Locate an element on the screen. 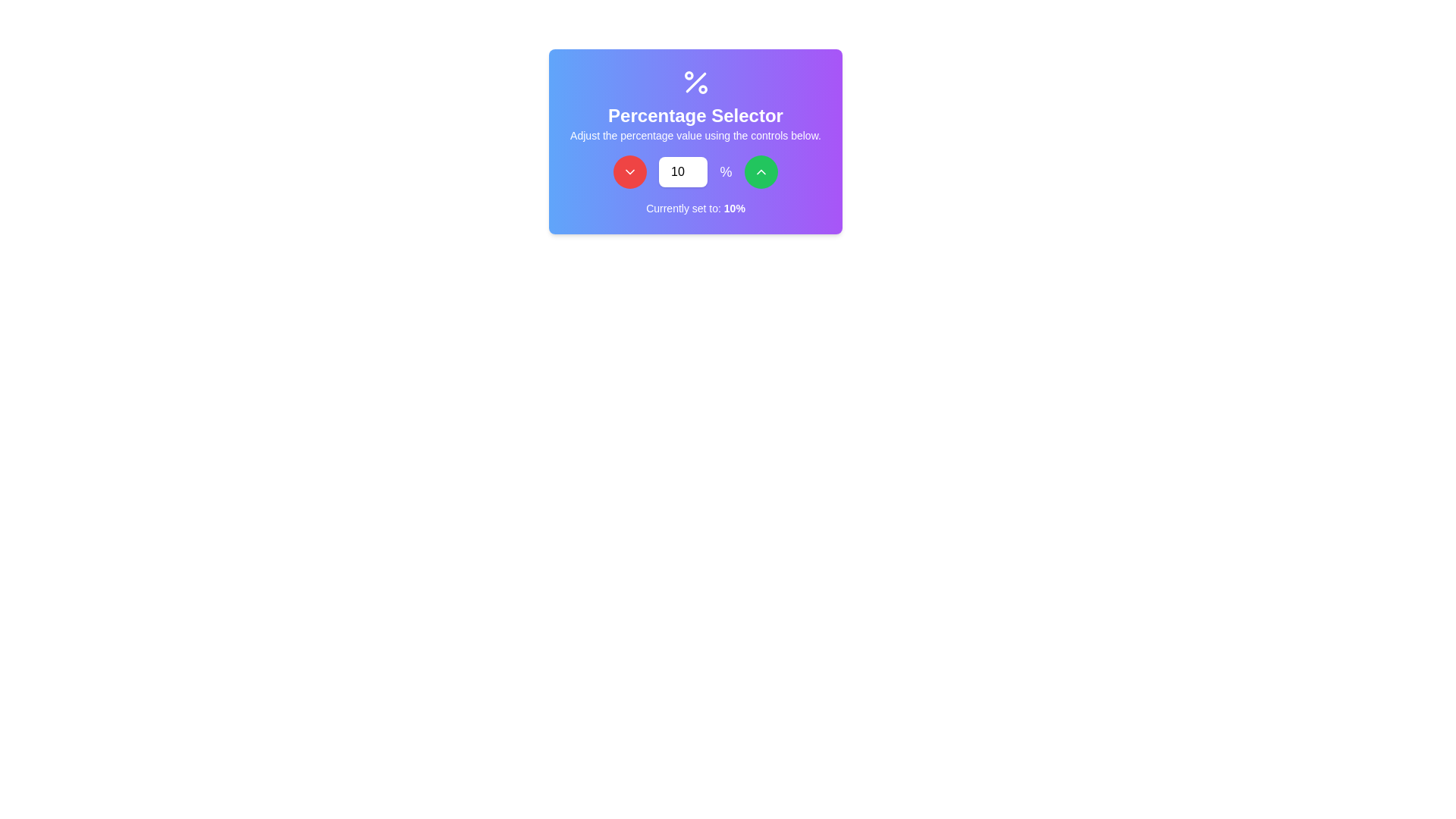 The height and width of the screenshot is (819, 1456). the button that increases the percentage value, located in the top-right corner of the percentage selector interface, next to the '%' text element is located at coordinates (761, 171).